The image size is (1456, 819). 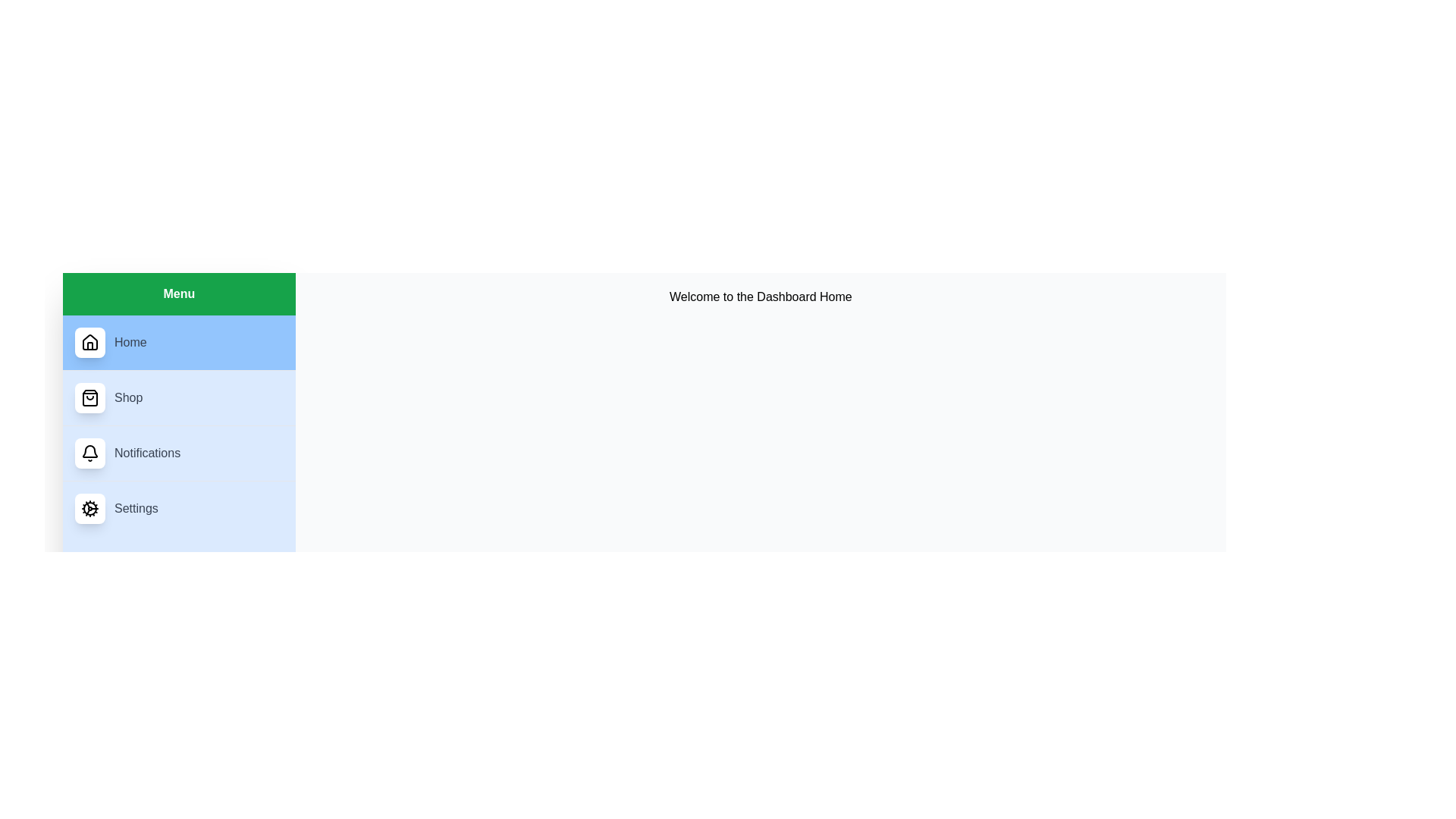 I want to click on the header of the menu to inspect its content, so click(x=179, y=294).